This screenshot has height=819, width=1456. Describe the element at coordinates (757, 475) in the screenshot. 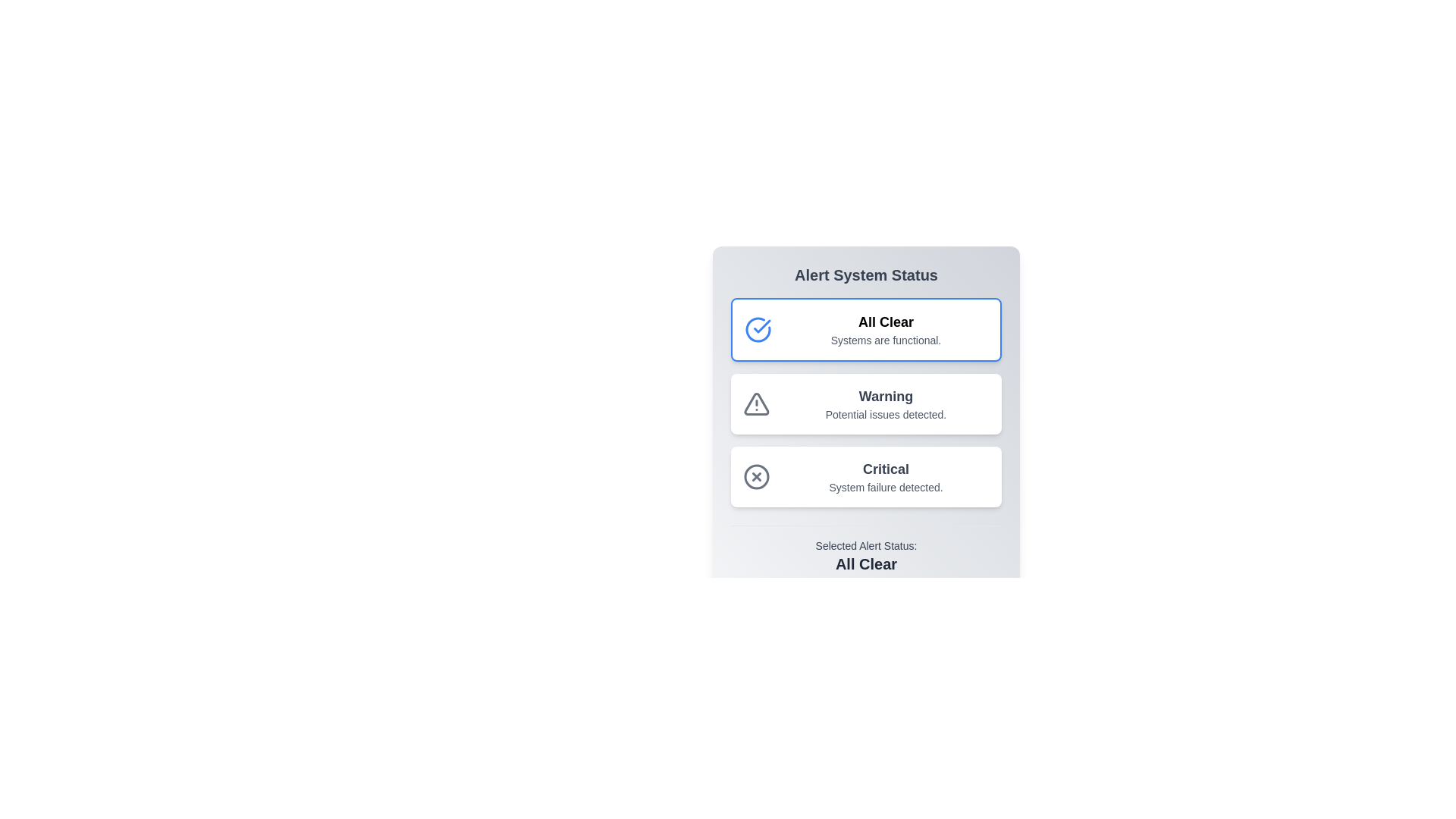

I see `the SVG circle element that serves as the outer circular outline for the 'Critical' alert icon in the 'Alert System Status' panel` at that location.